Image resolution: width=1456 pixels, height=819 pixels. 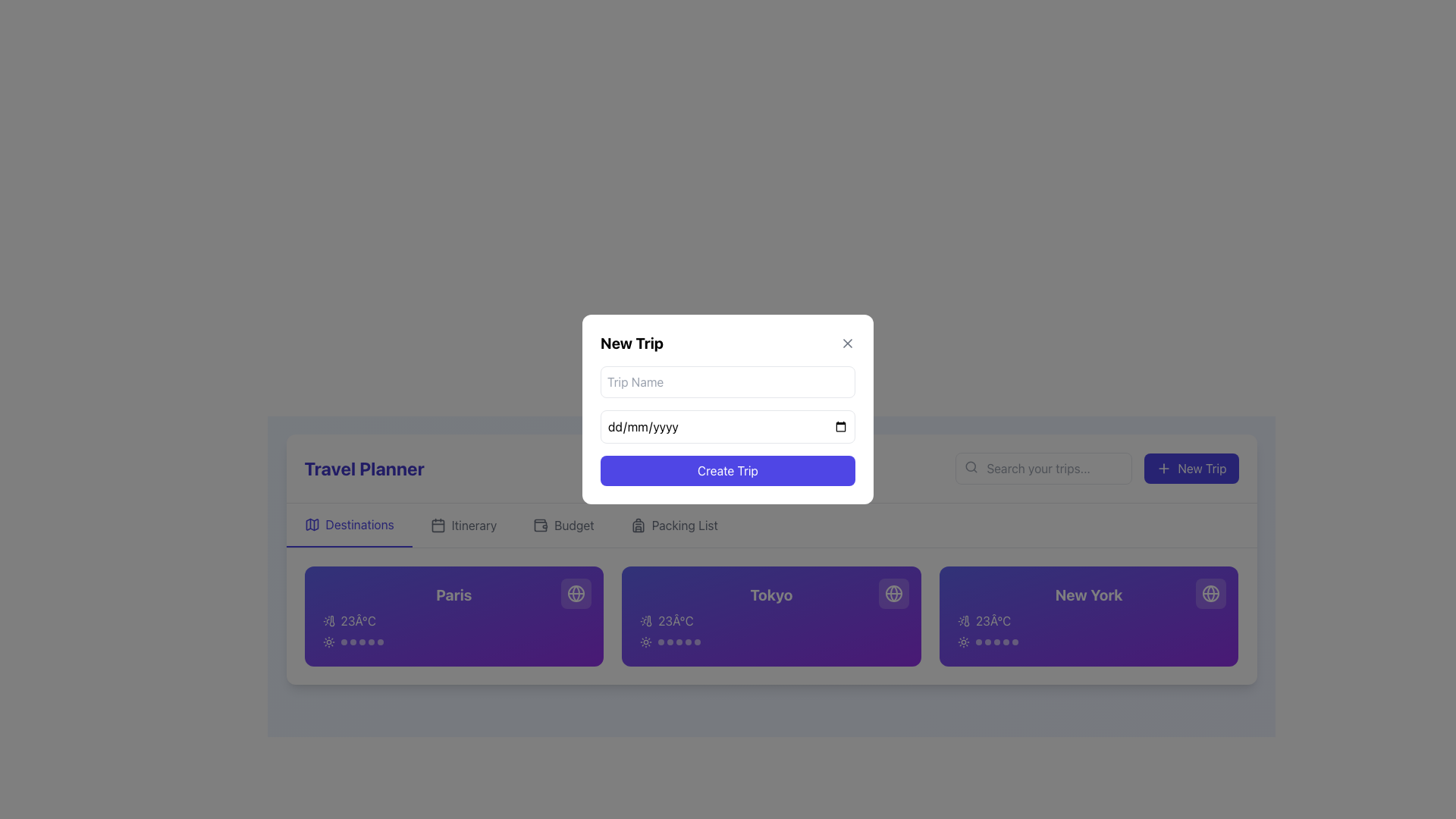 What do you see at coordinates (1201, 467) in the screenshot?
I see `the 'New Trip' button labeled with its functionality to create a new trip, located in the upper right area of the page` at bounding box center [1201, 467].